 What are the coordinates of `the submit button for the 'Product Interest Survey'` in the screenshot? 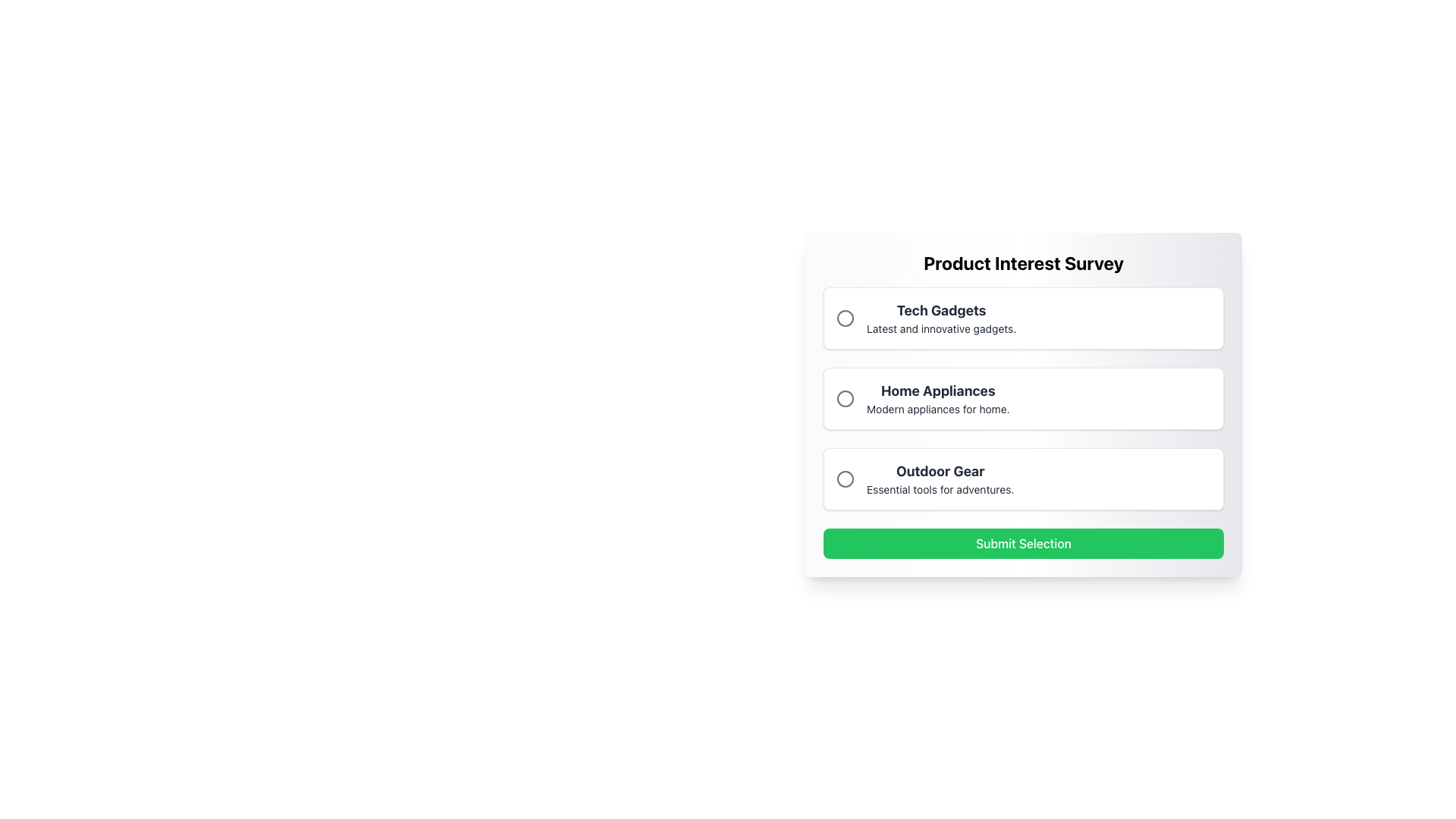 It's located at (1023, 543).